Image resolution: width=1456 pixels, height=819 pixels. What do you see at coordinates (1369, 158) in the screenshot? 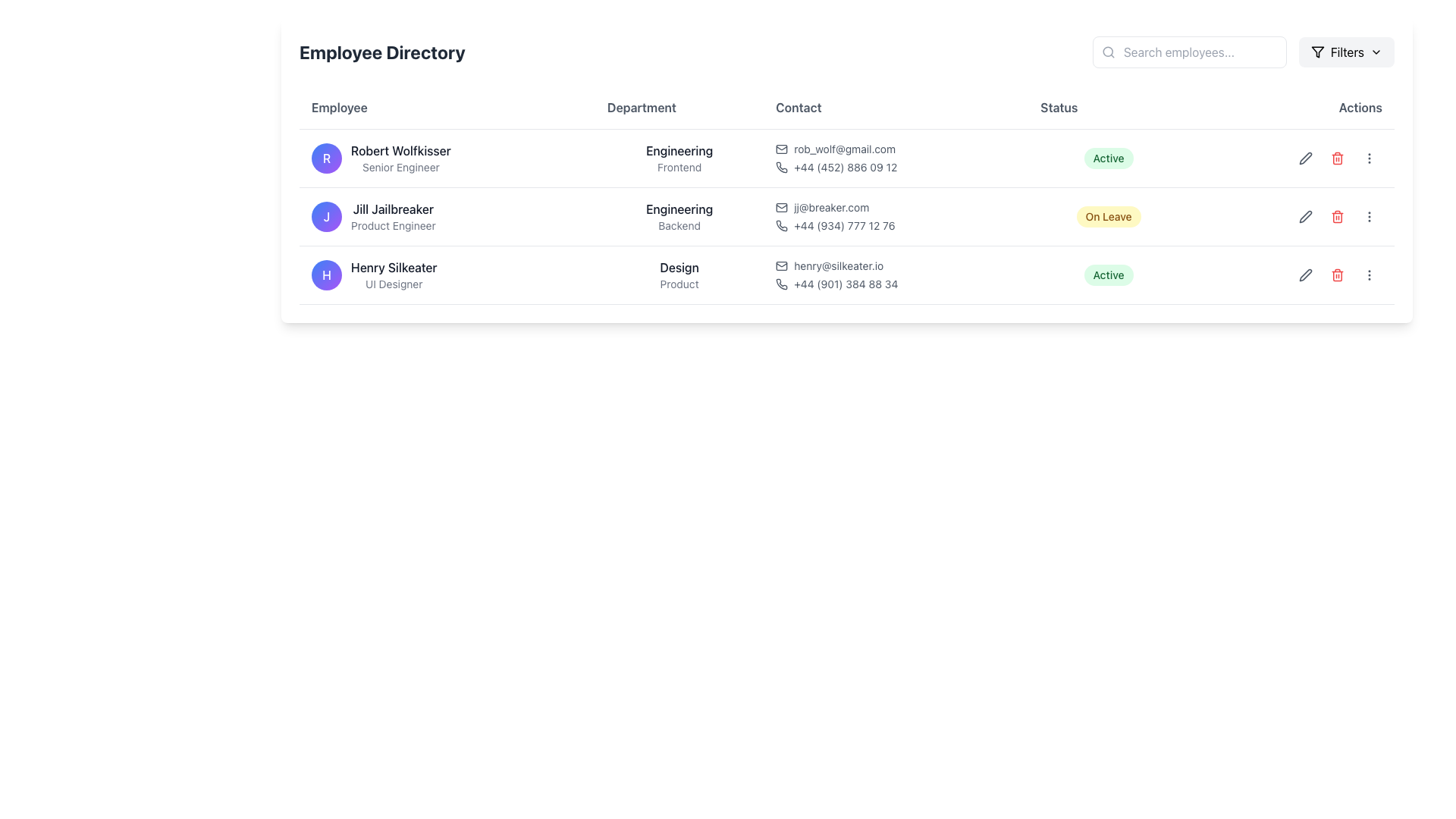
I see `the vertical ellipsis icon consisting of three vertically aligned gray dots in the 'Actions' column of the 'Employee Directory' table for Jill Jailbreaker` at bounding box center [1369, 158].